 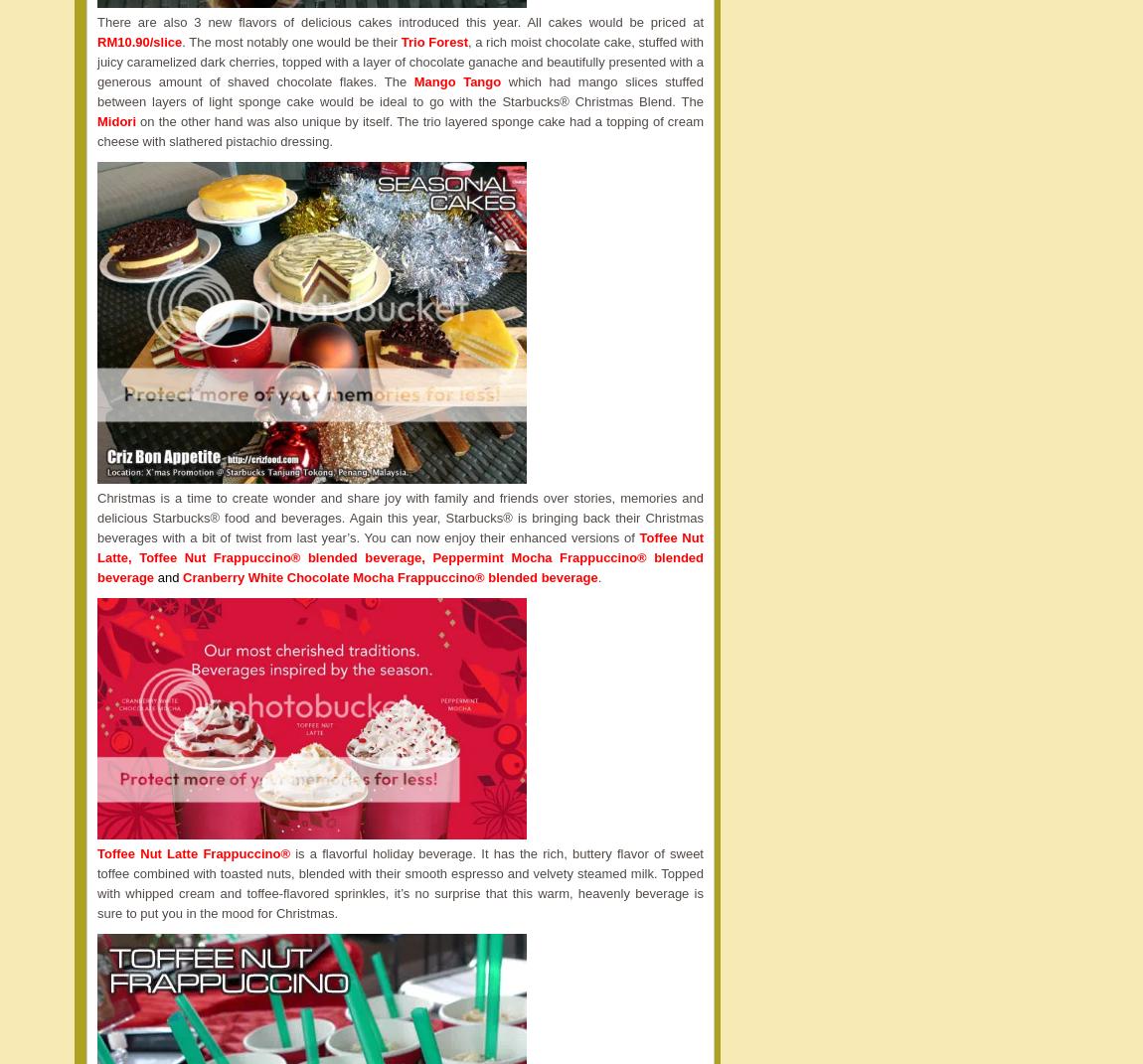 I want to click on 'and', so click(x=167, y=577).